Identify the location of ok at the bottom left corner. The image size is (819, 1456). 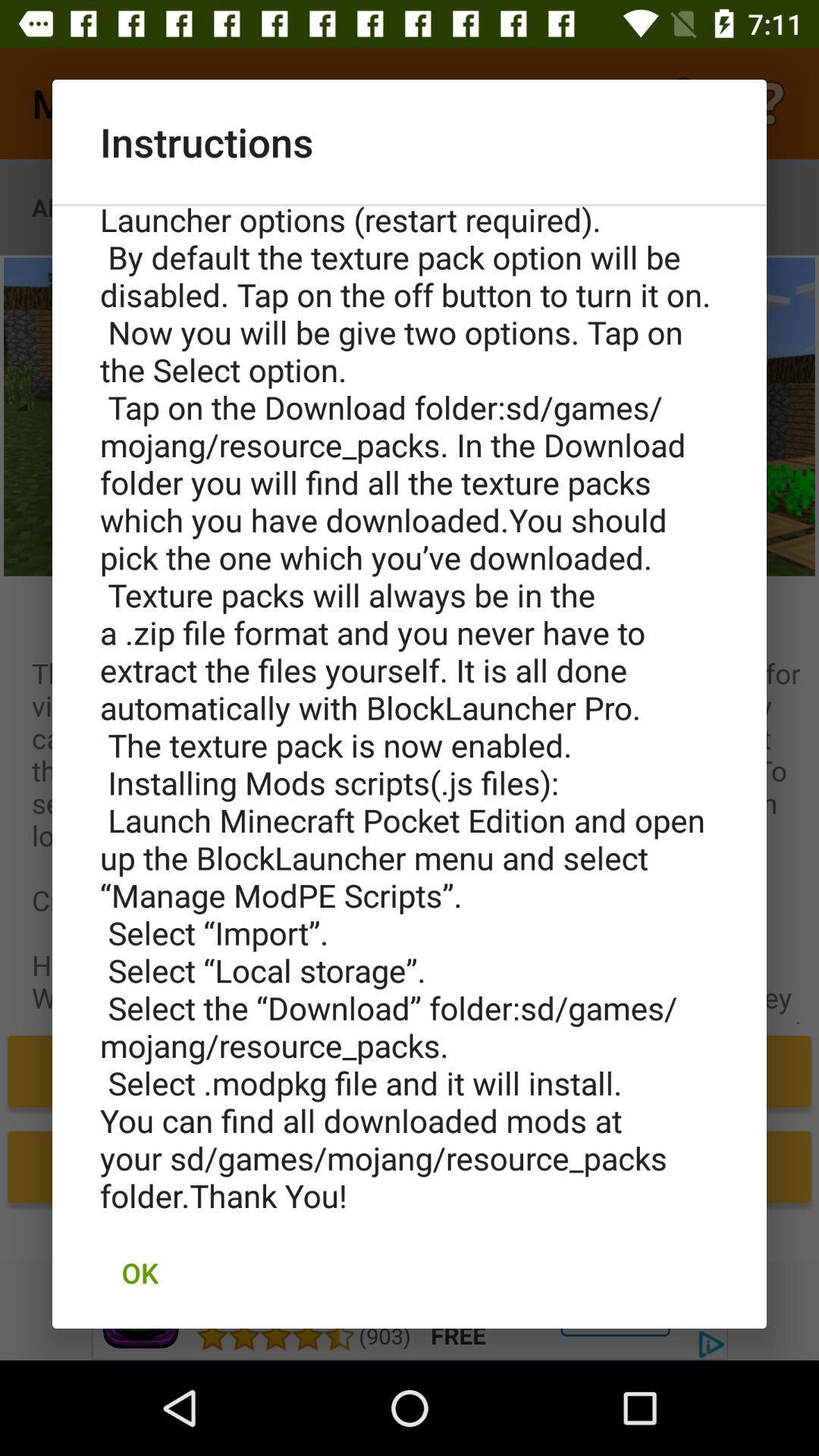
(140, 1272).